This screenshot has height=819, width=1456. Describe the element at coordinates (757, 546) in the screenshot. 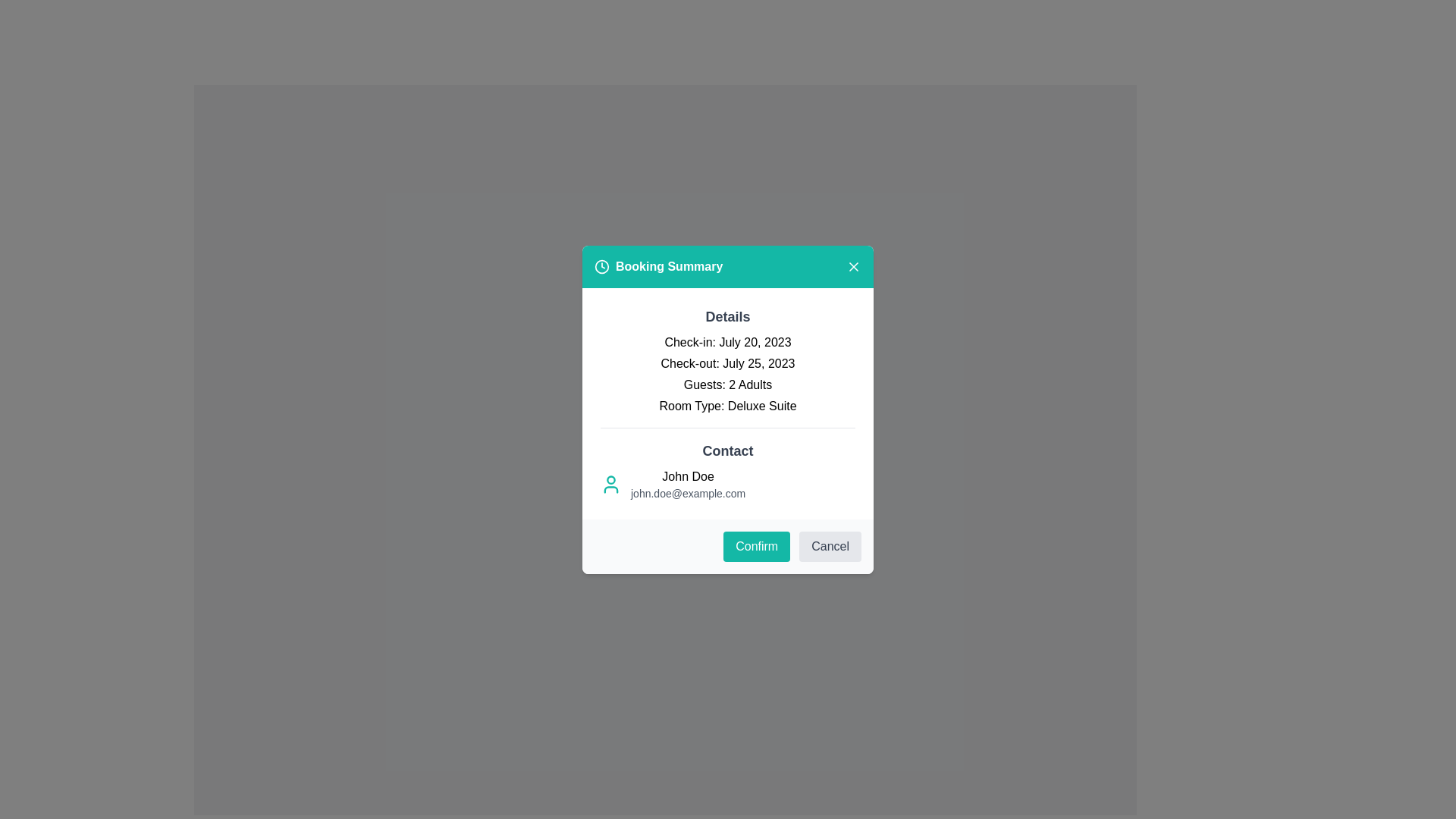

I see `the confirm button located in the bottom-right corner of the modal interface, which is the leftmost button next to the 'Cancel' button to confirm the action` at that location.